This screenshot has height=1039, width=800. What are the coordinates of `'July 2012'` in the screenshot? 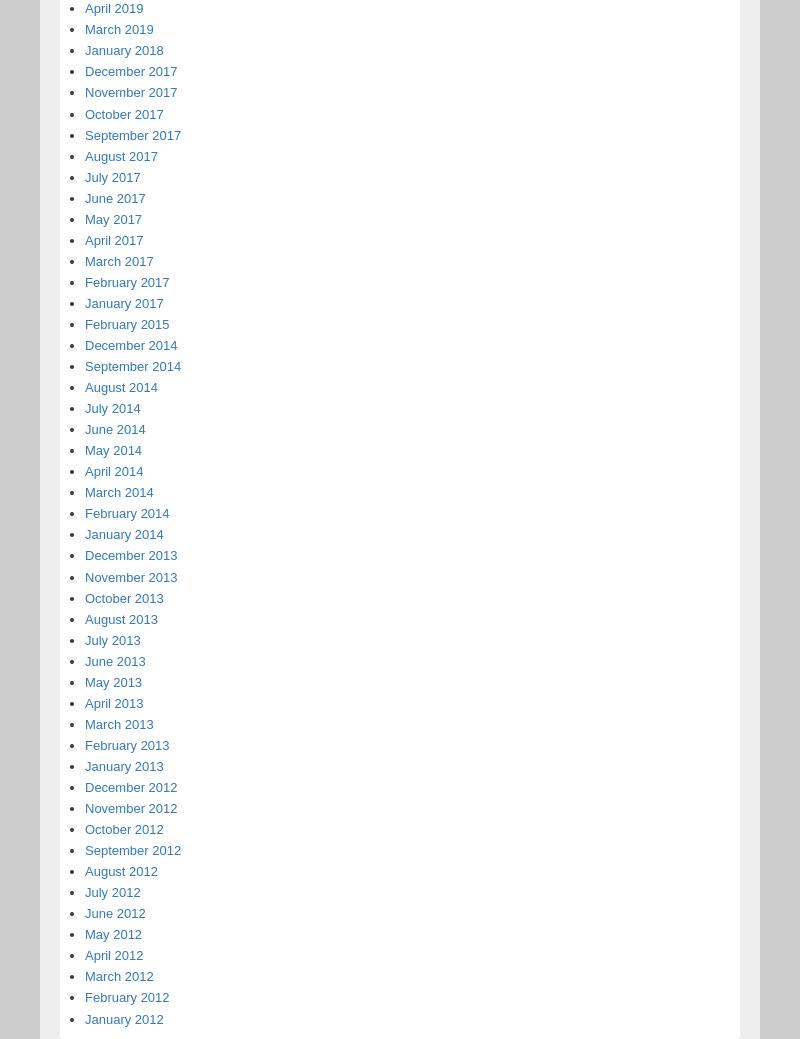 It's located at (111, 892).